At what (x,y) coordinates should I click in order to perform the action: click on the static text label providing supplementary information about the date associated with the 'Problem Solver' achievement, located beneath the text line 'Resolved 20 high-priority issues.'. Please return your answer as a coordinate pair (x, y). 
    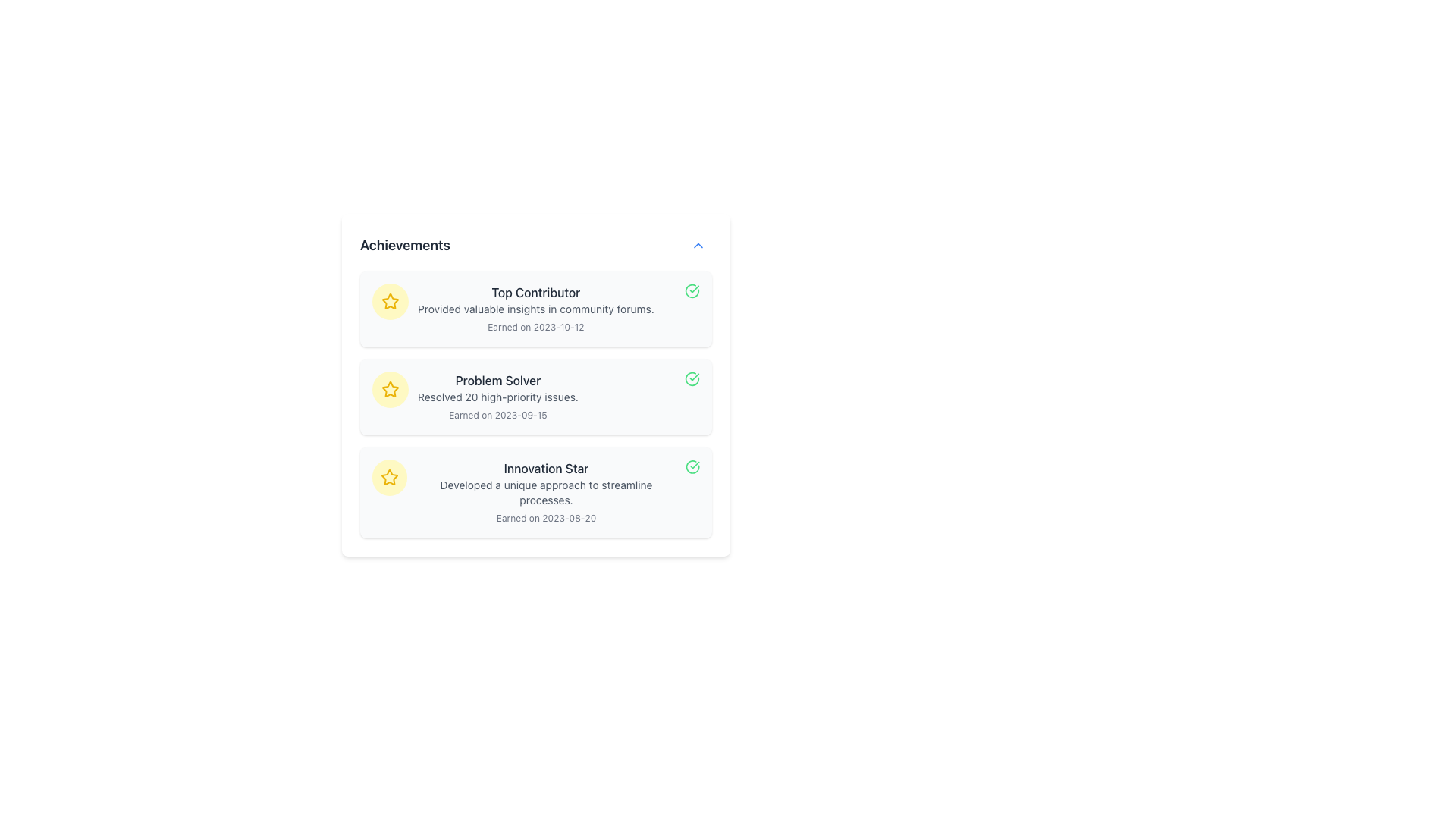
    Looking at the image, I should click on (498, 415).